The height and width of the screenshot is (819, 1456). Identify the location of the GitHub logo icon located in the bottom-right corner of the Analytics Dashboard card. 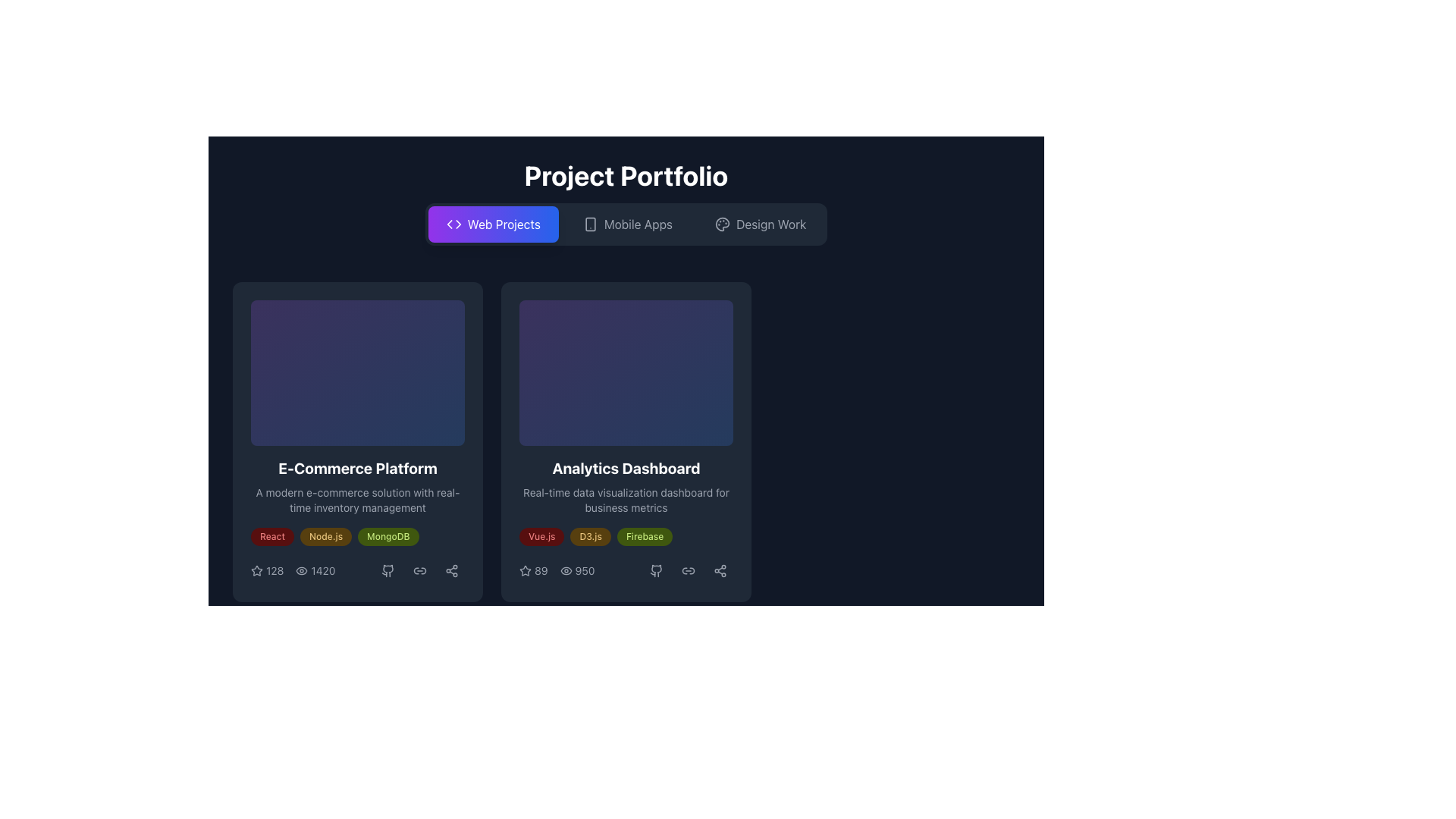
(656, 570).